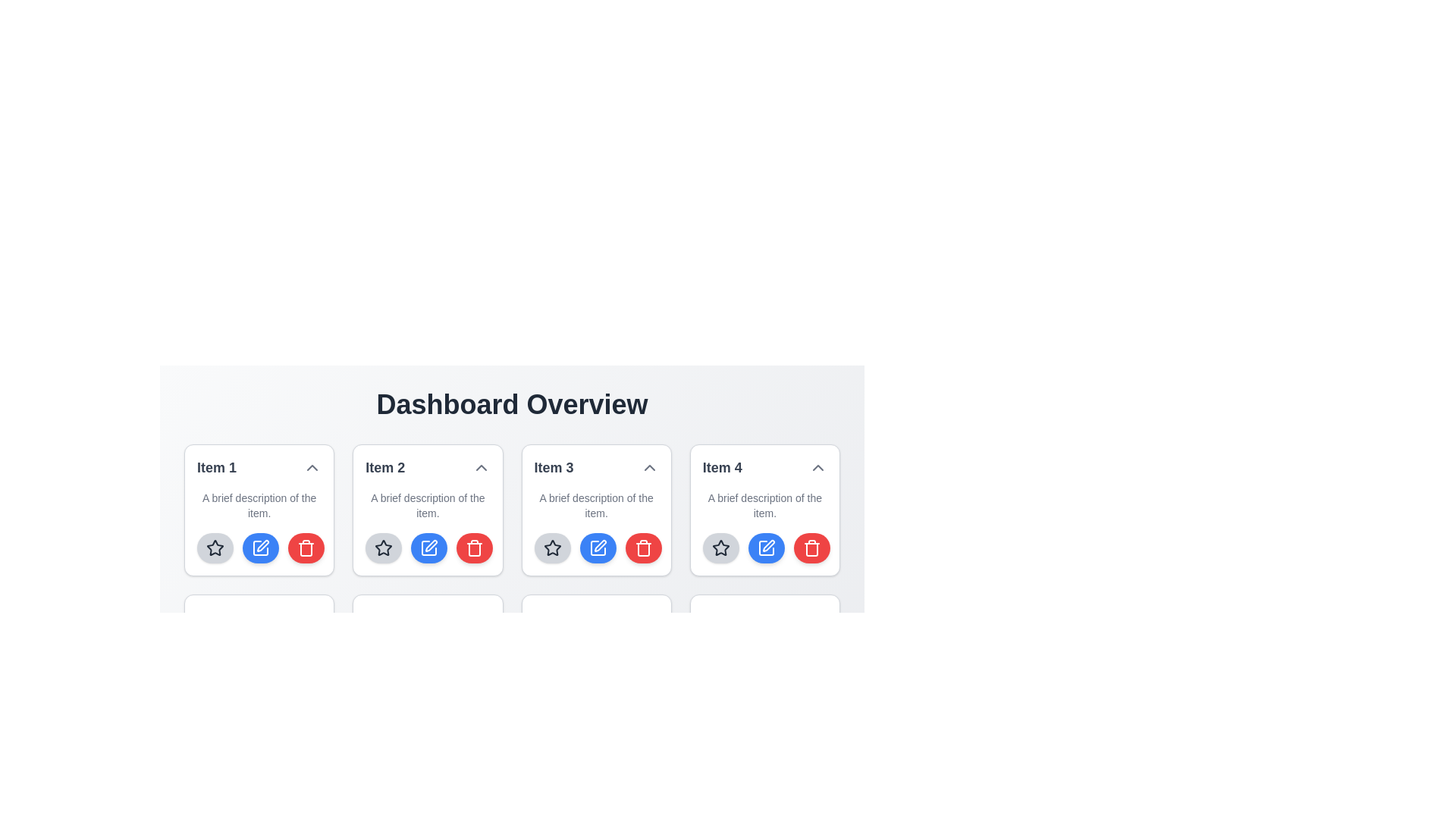  I want to click on the small blue square icon with a white pen symbol located in the 'Item 3' section of the dashboard, so click(597, 548).